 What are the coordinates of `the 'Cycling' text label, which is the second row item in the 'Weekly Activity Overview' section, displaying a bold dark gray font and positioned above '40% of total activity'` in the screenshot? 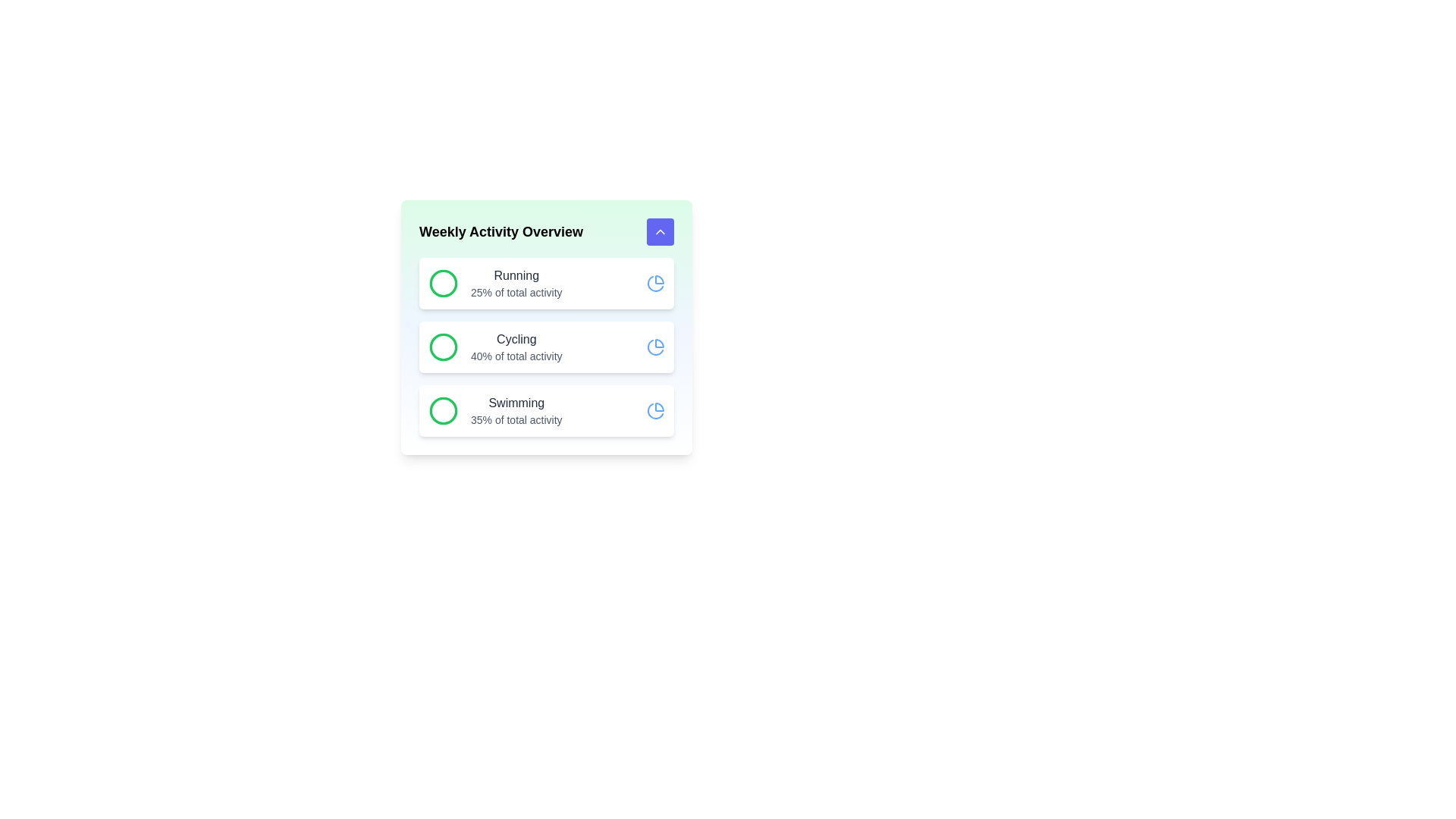 It's located at (516, 338).